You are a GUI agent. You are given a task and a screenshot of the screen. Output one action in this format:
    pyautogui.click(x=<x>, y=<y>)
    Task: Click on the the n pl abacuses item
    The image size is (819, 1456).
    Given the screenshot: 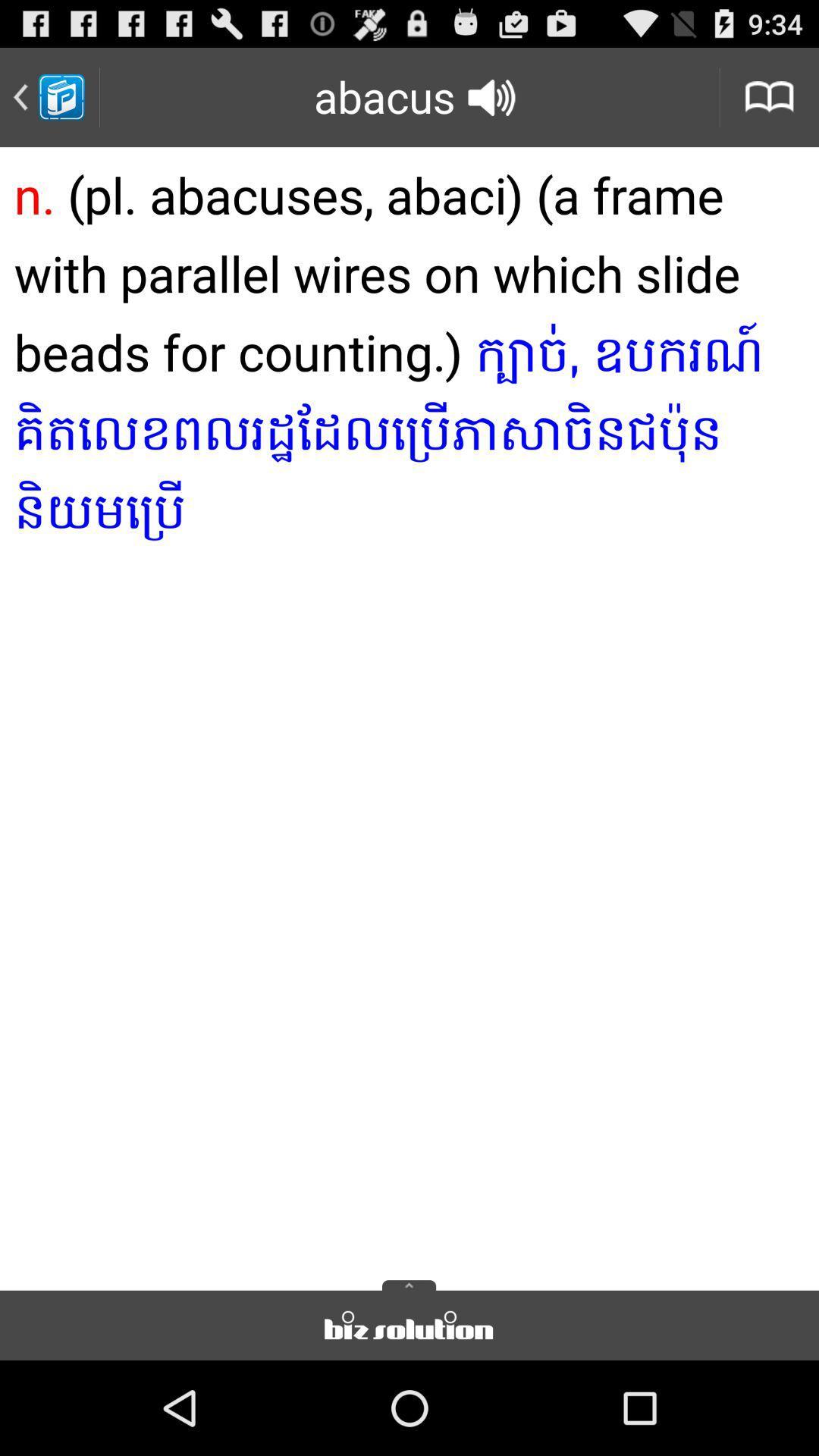 What is the action you would take?
    pyautogui.click(x=409, y=713)
    